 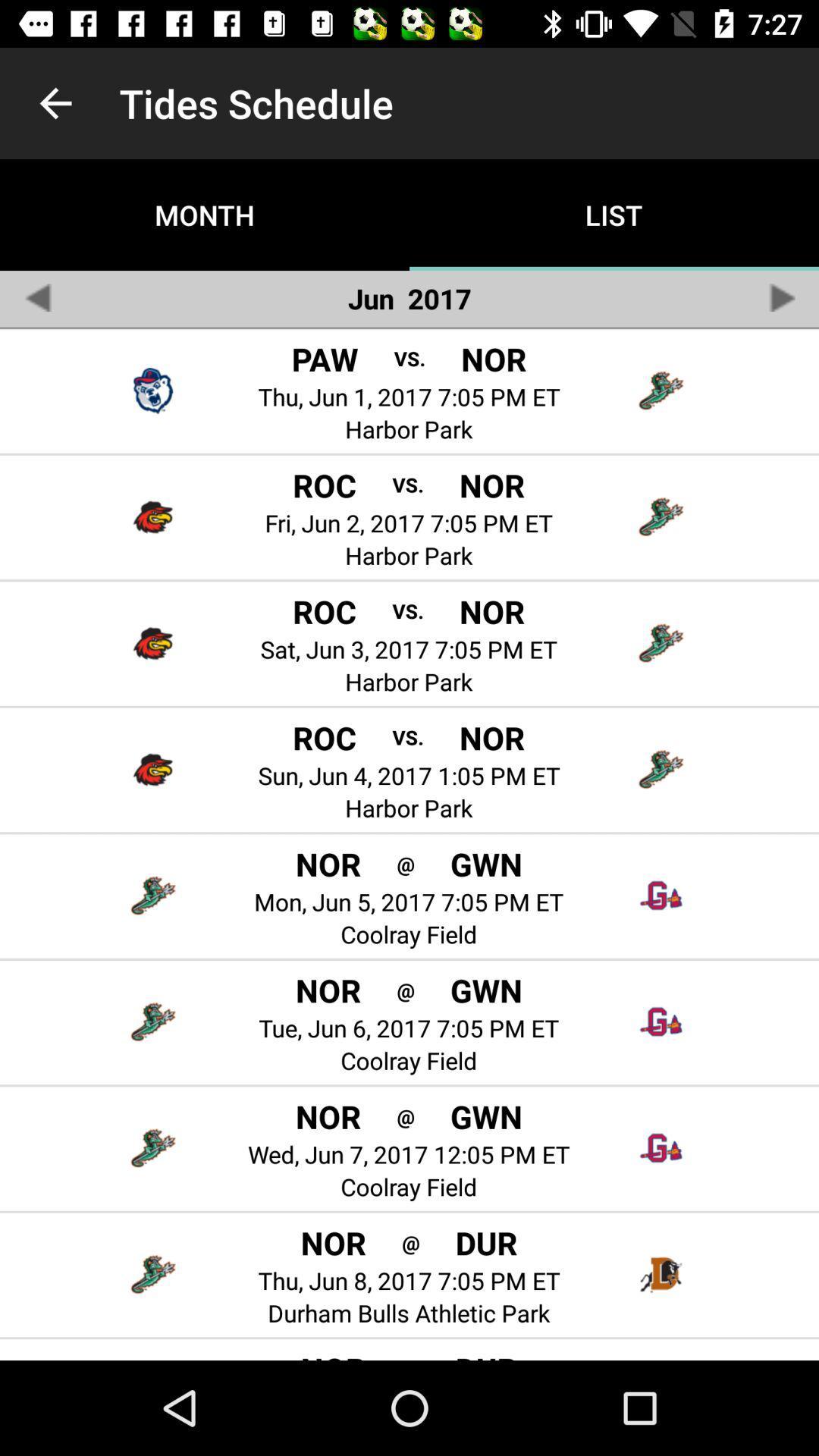 I want to click on app to the left of the dur app, so click(x=410, y=1357).